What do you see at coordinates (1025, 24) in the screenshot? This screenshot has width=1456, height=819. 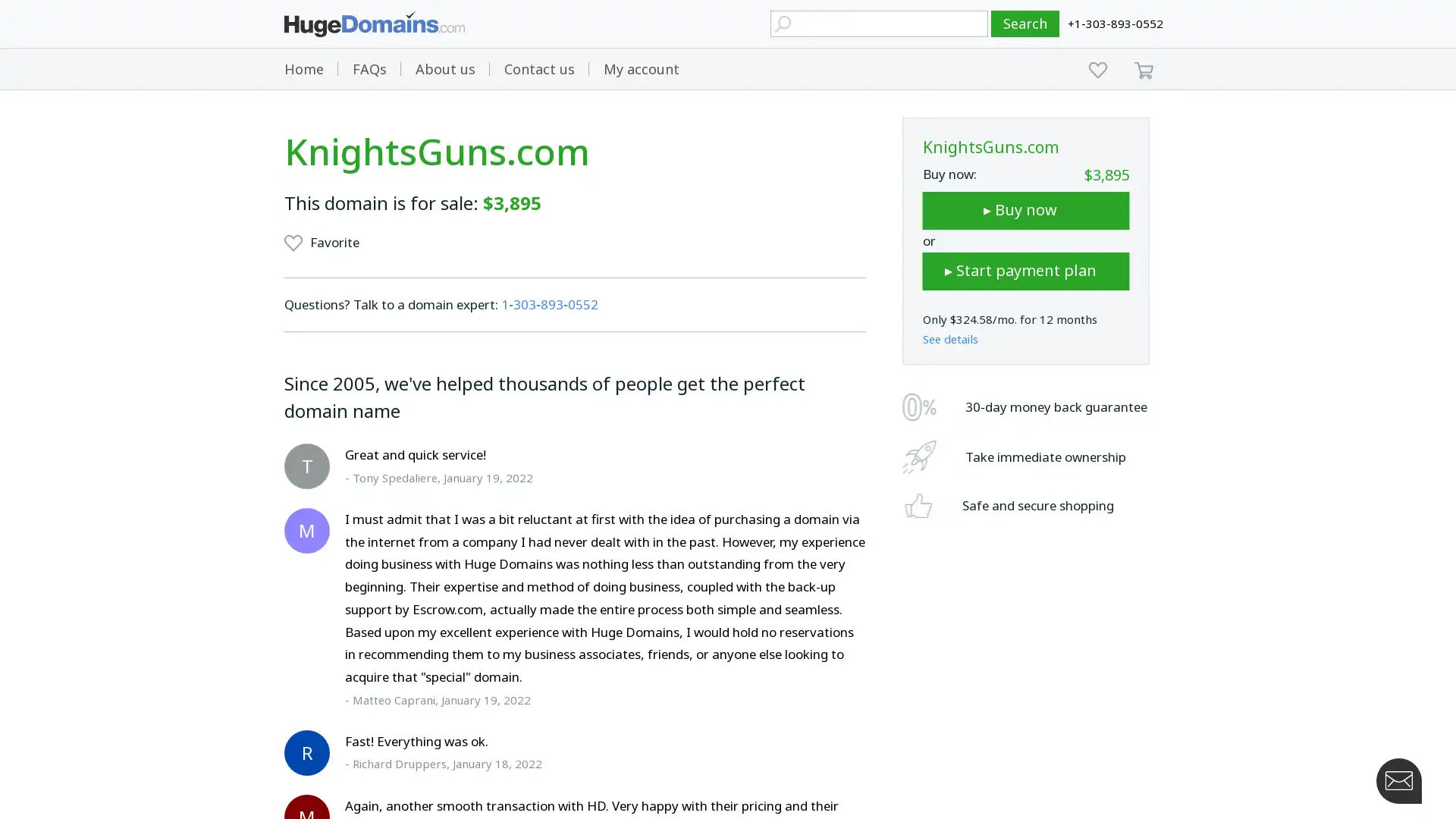 I see `Search` at bounding box center [1025, 24].